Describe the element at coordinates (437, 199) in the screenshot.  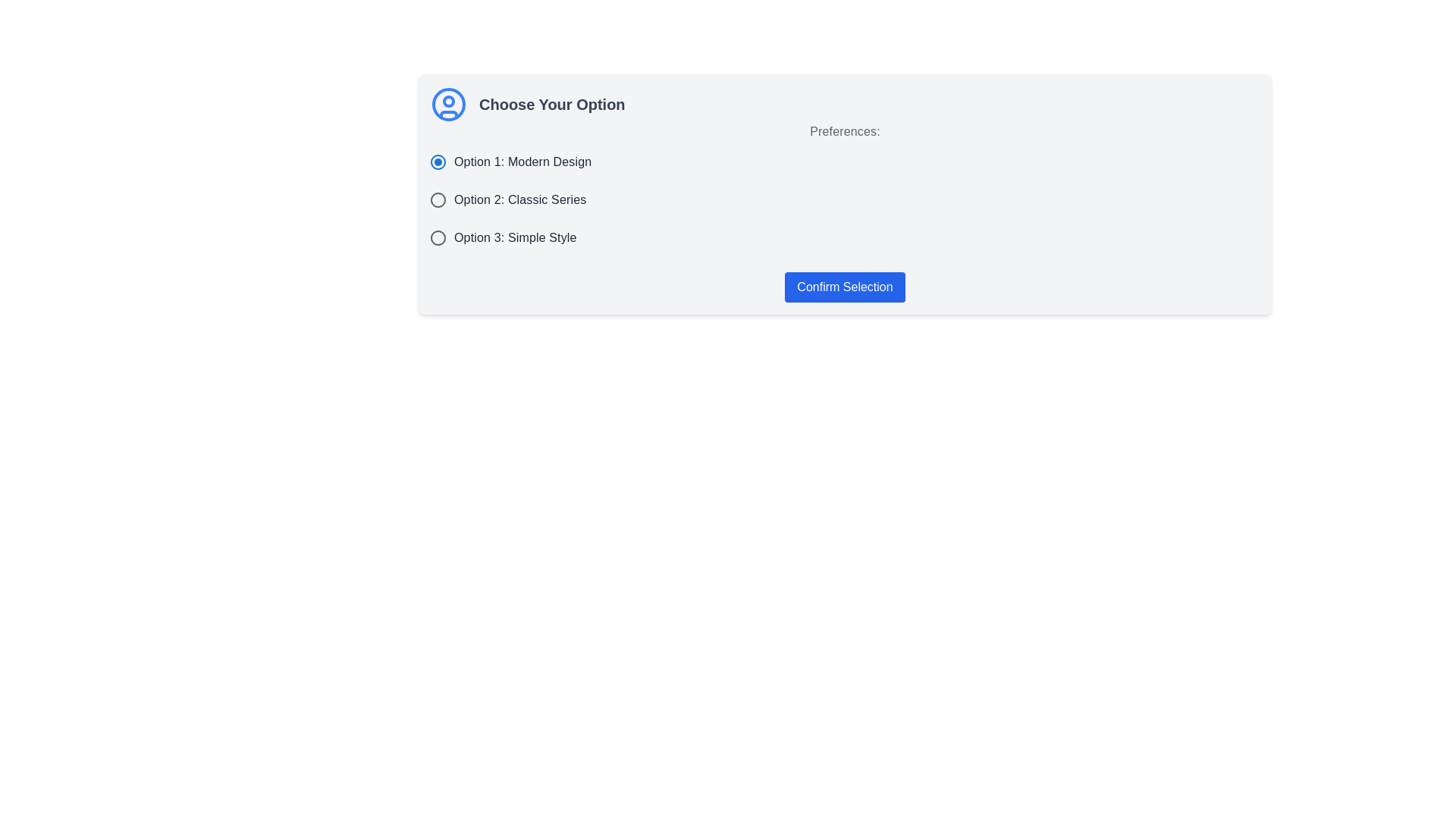
I see `the second radio button in the 'Choose Your Option' form to receive focus indication` at that location.